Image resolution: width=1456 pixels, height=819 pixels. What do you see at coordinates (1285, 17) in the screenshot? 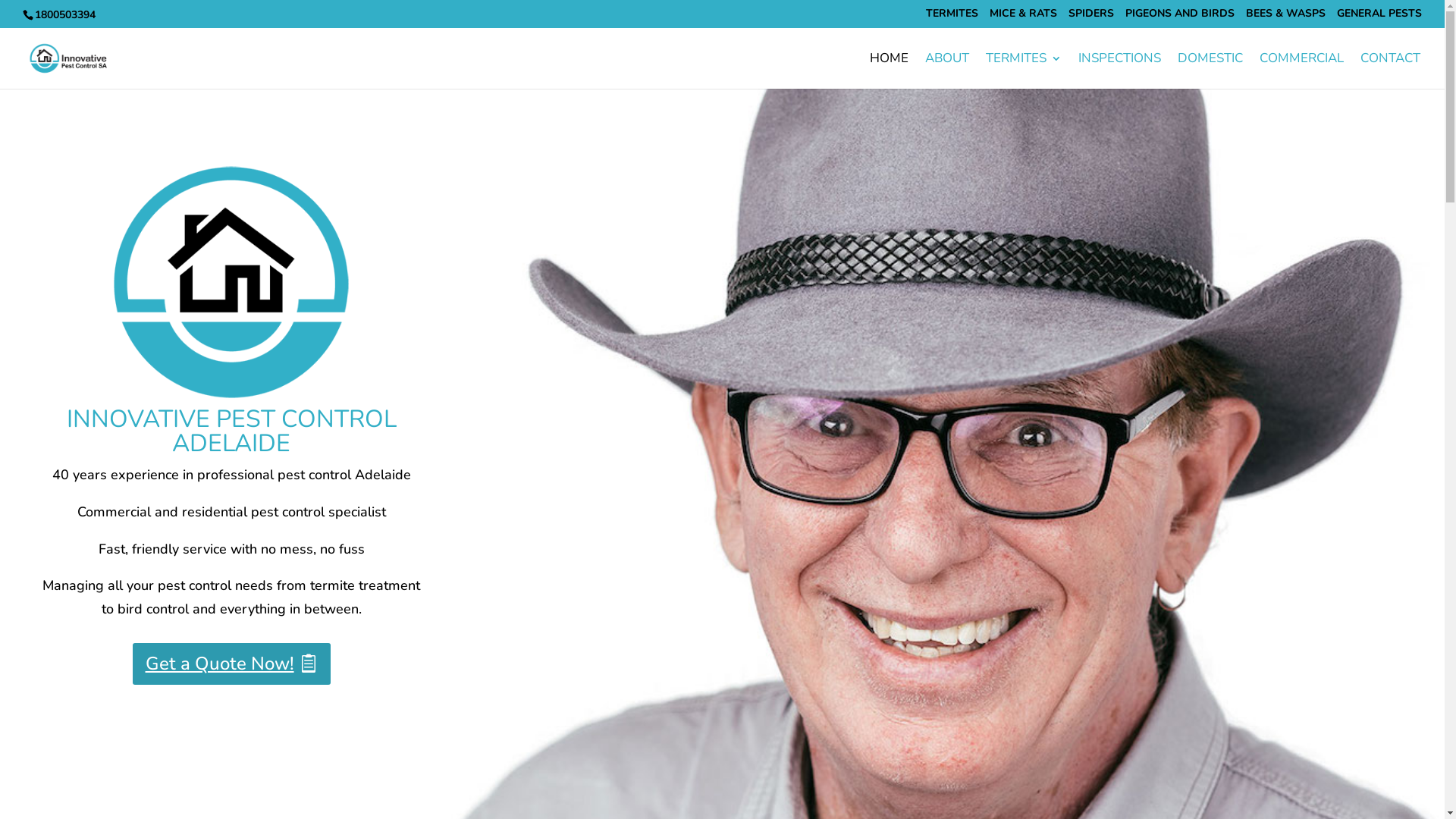
I see `'BEES & WASPS'` at bounding box center [1285, 17].